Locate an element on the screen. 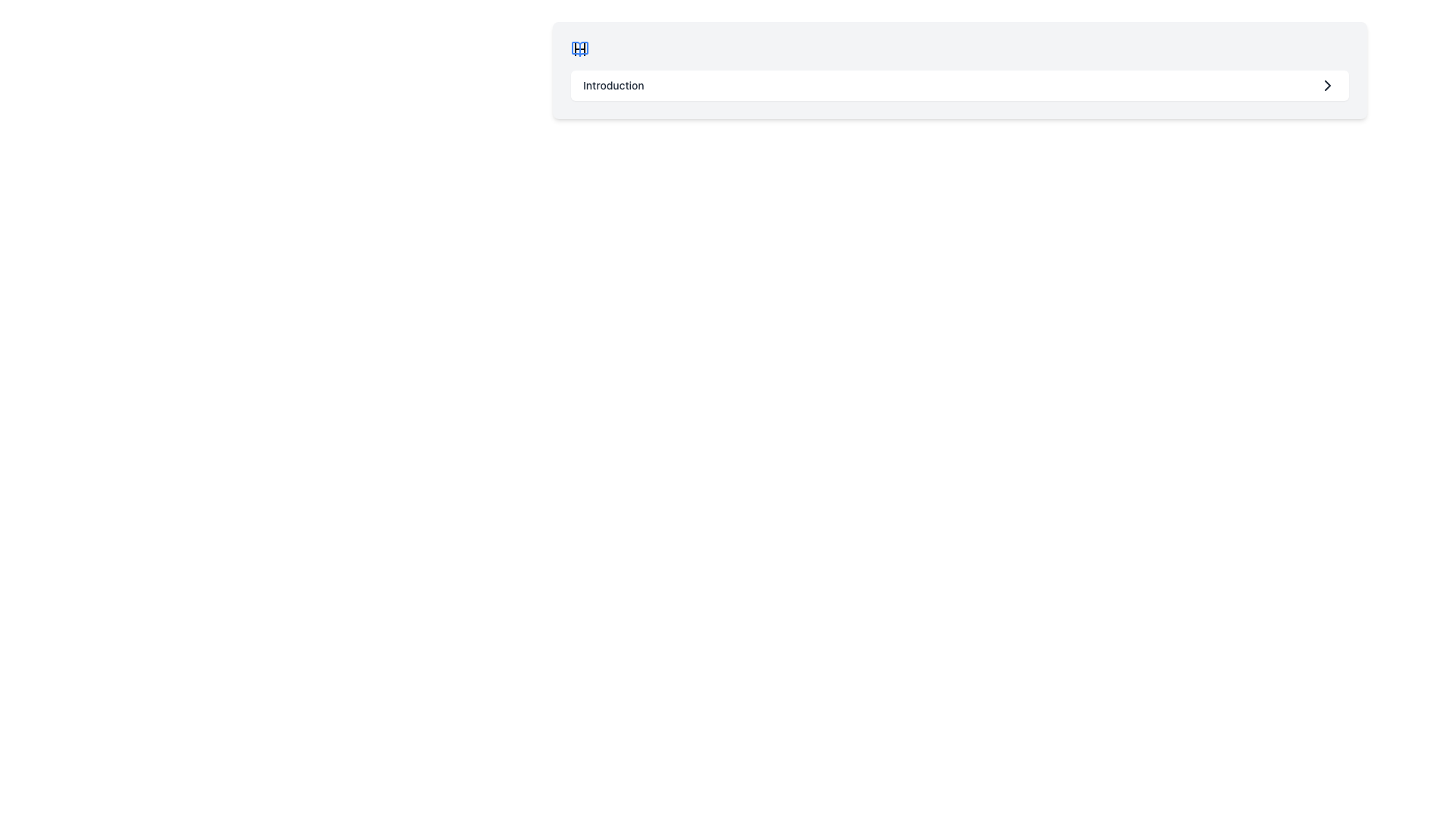  the icon that serves as a graphical representation for the section header, located at the upper-left corner of the box, immediately to the left of the text 'Introduction' is located at coordinates (579, 49).